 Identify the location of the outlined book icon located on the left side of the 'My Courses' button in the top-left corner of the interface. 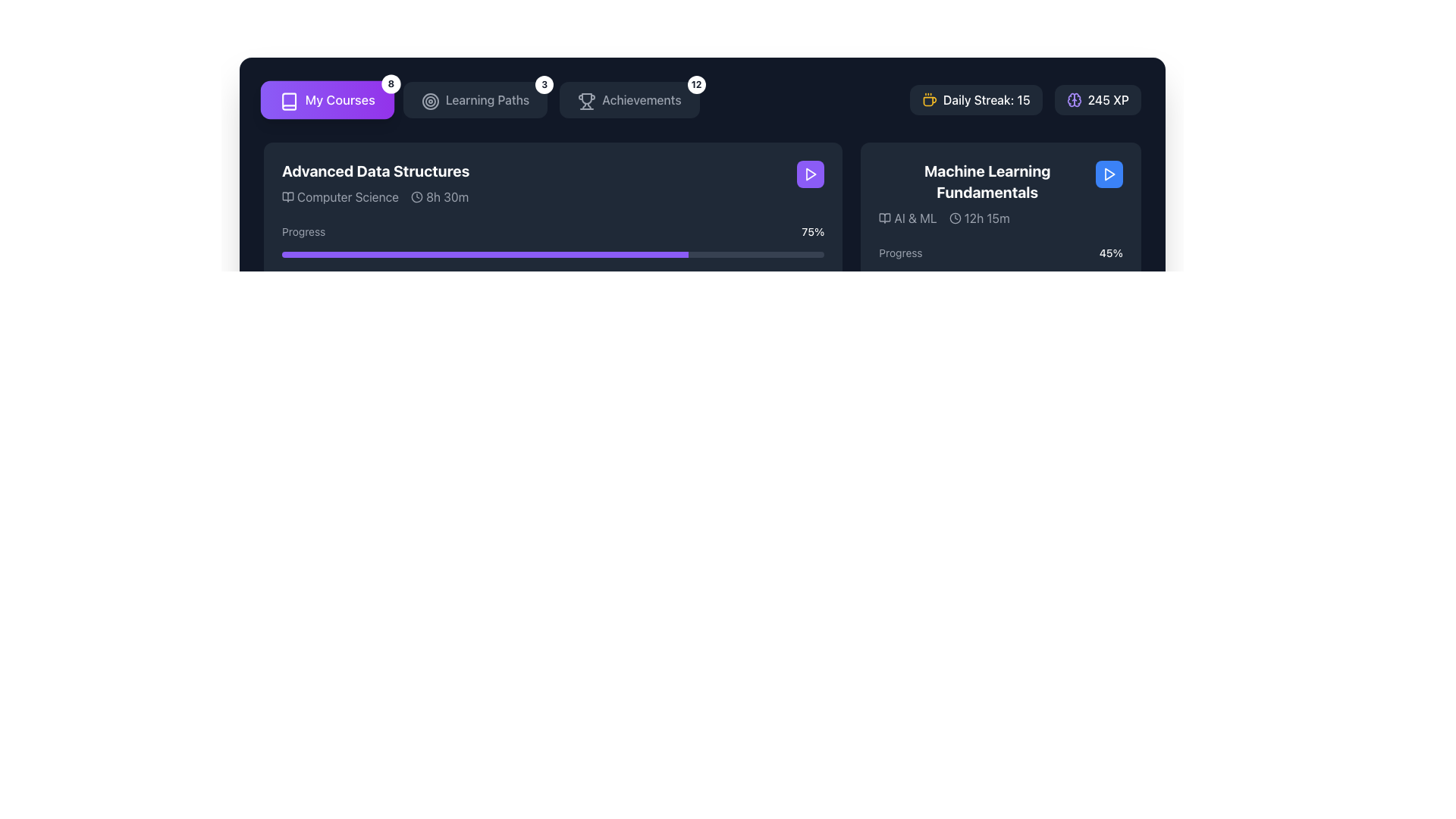
(289, 102).